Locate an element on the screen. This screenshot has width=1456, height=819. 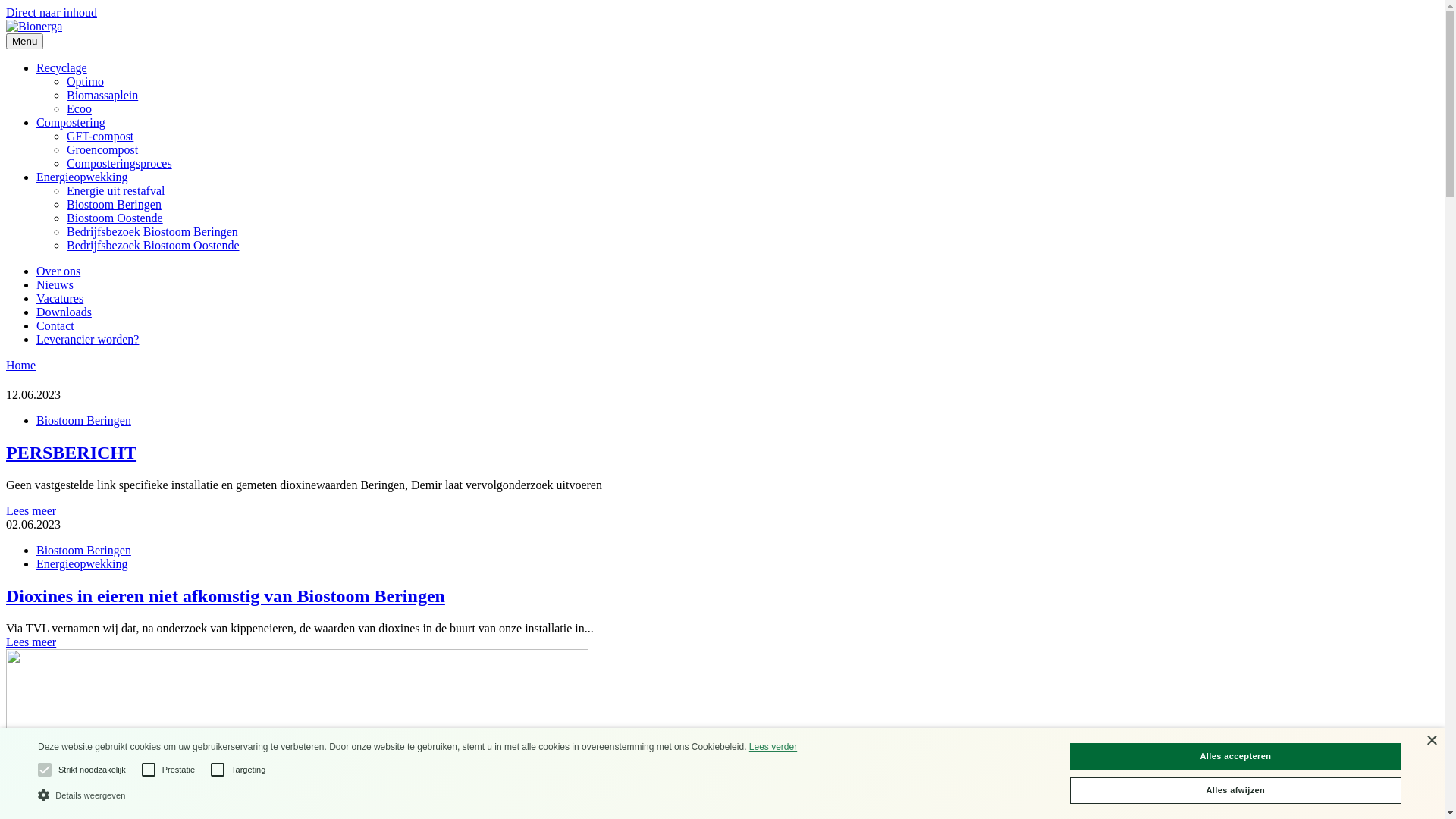
'Energieopwekking' is located at coordinates (36, 176).